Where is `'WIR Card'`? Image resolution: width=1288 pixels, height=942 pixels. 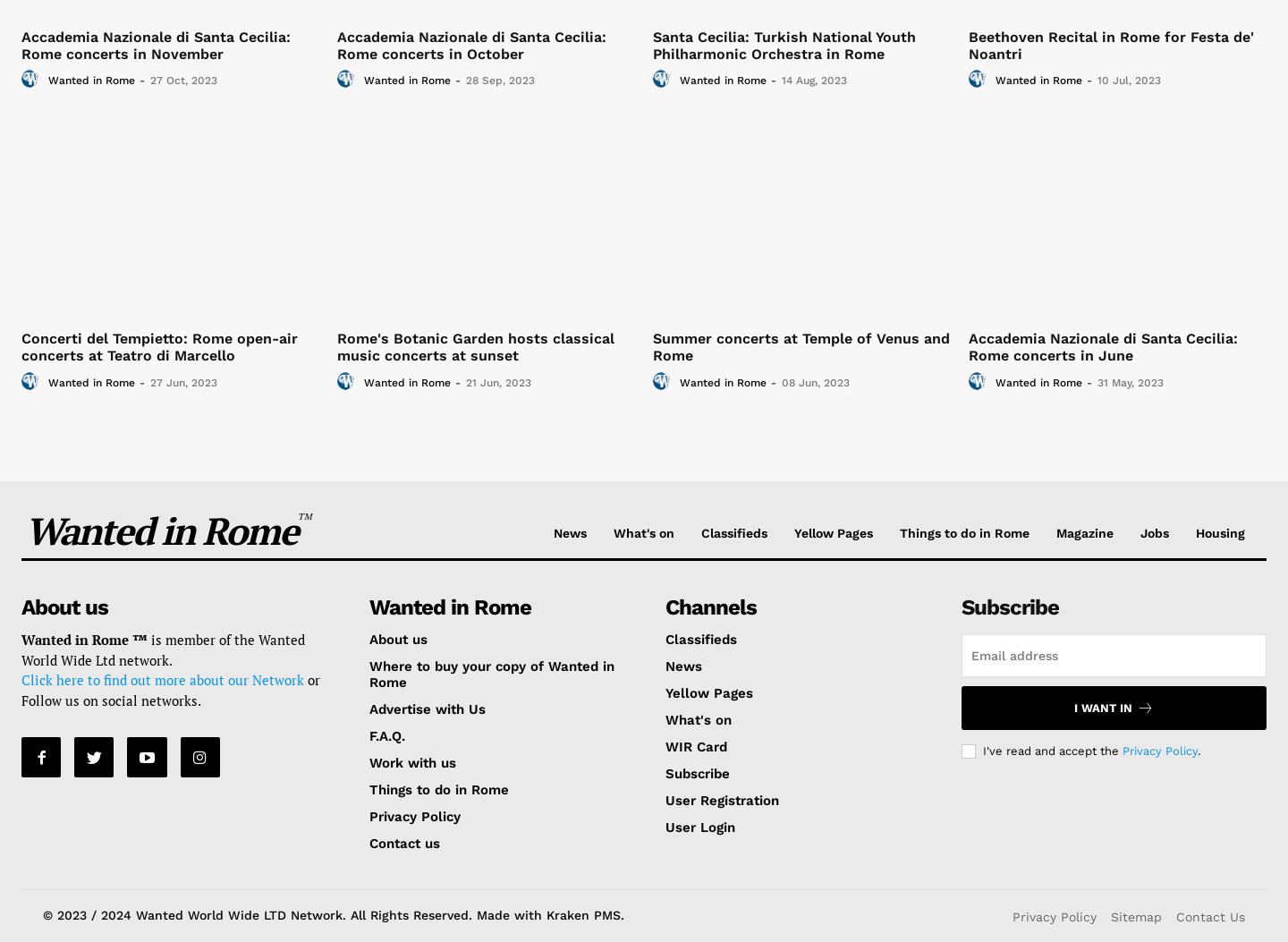
'WIR Card' is located at coordinates (694, 746).